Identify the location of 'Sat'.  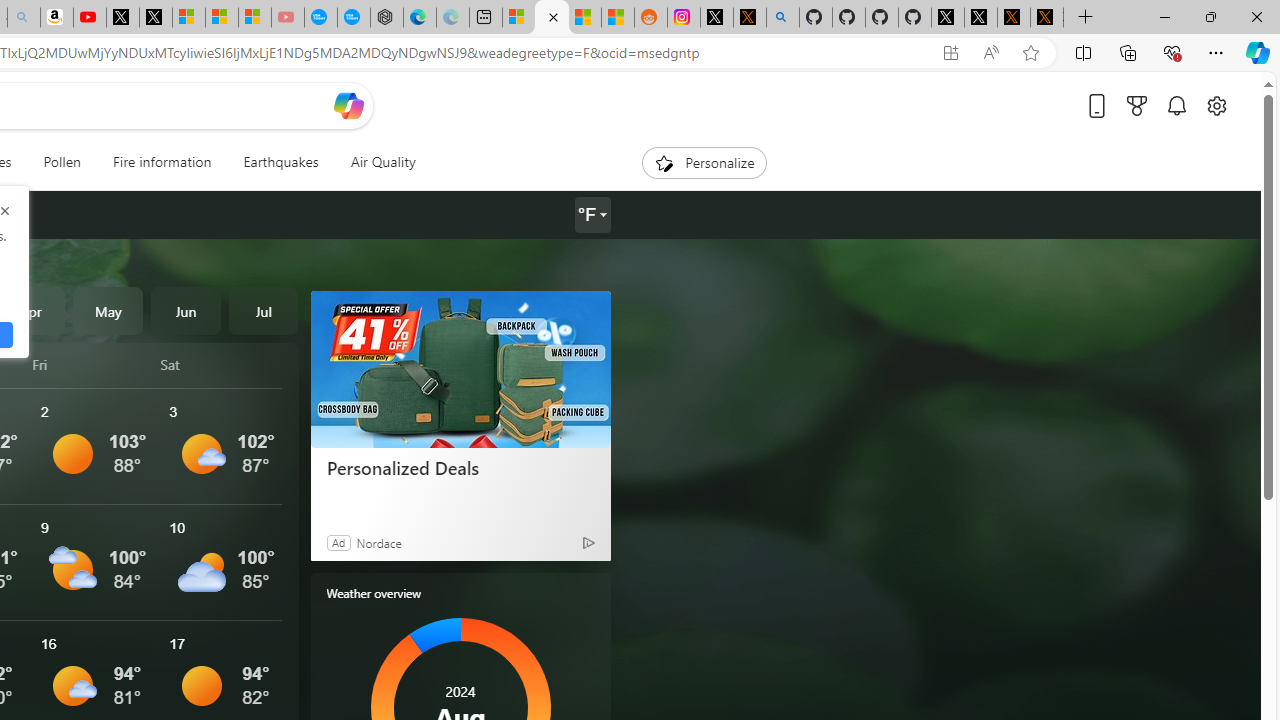
(221, 364).